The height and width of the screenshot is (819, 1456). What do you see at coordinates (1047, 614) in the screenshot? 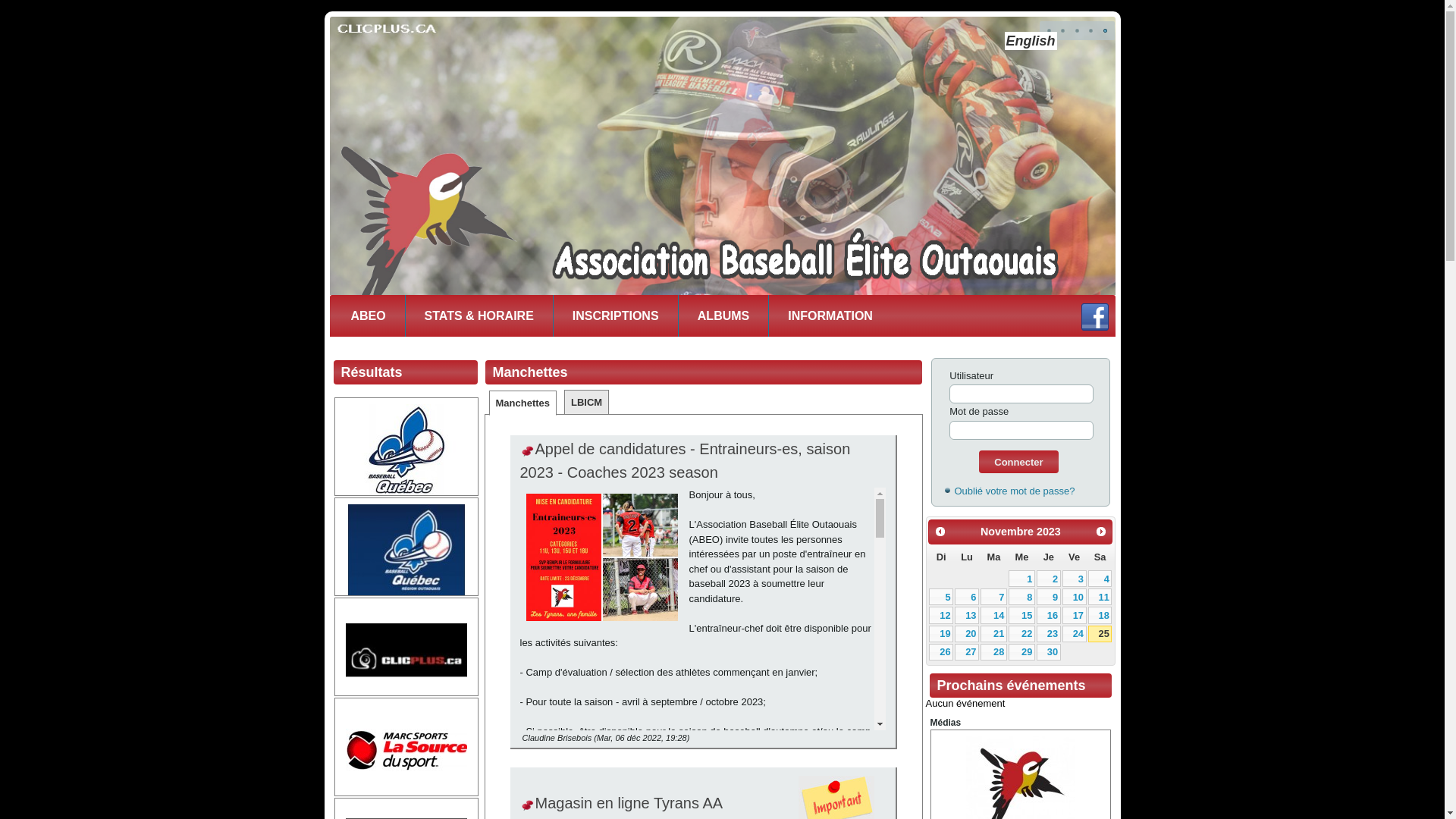
I see `'16'` at bounding box center [1047, 614].